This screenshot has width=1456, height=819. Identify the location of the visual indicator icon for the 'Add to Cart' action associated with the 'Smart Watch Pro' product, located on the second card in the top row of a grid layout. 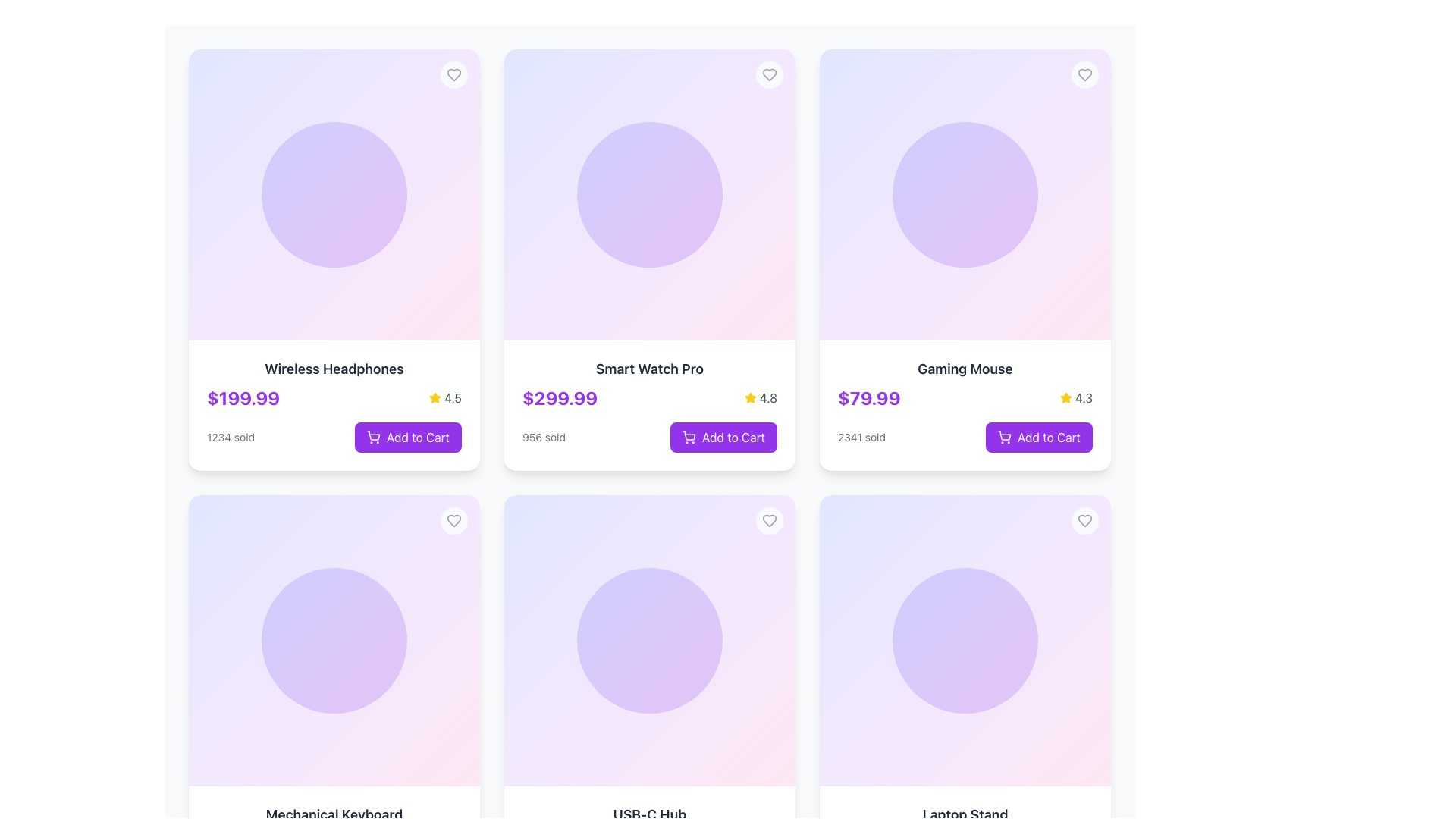
(688, 438).